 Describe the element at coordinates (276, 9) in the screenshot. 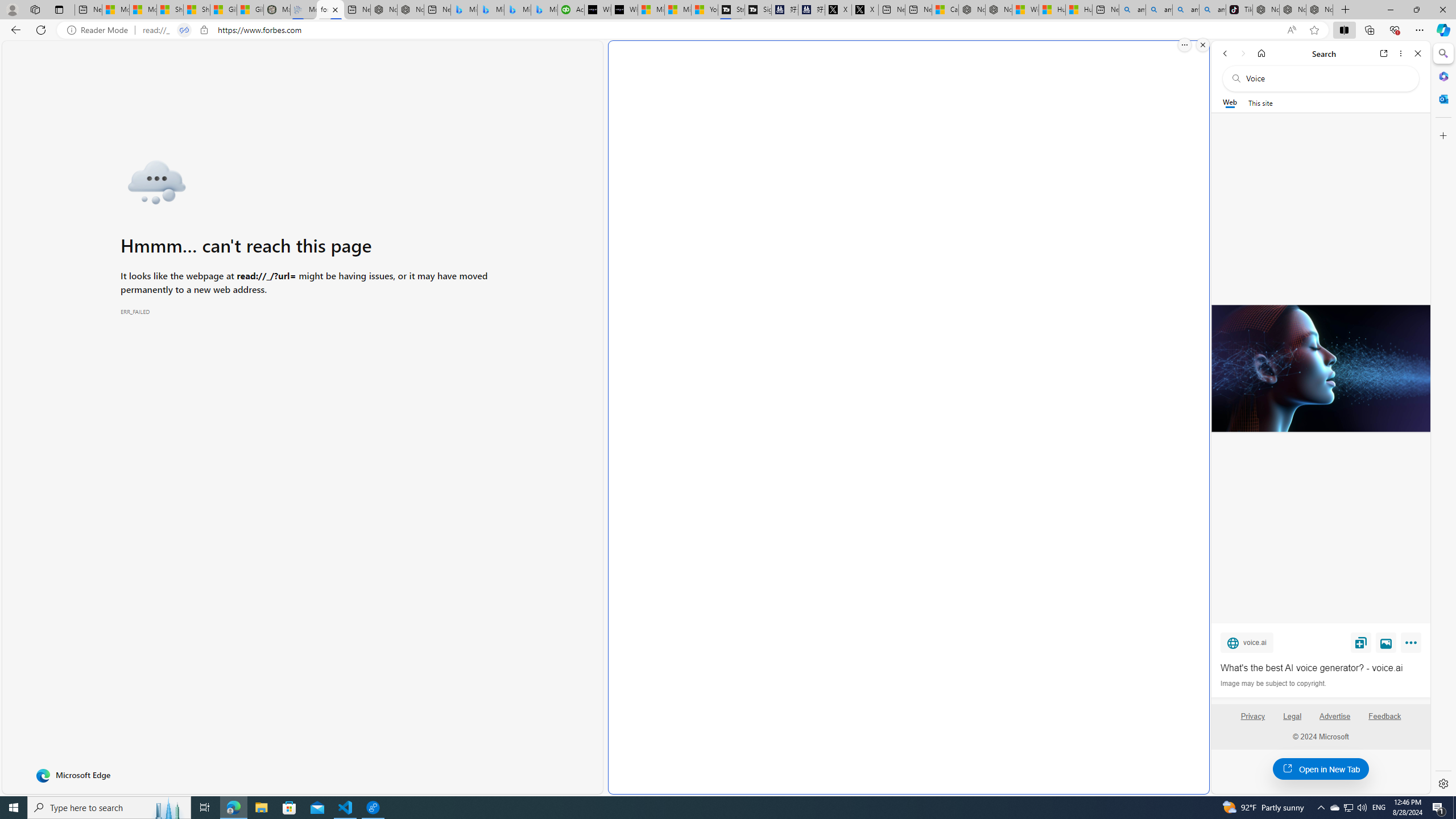

I see `'Manatee Mortality Statistics | FWC'` at that location.